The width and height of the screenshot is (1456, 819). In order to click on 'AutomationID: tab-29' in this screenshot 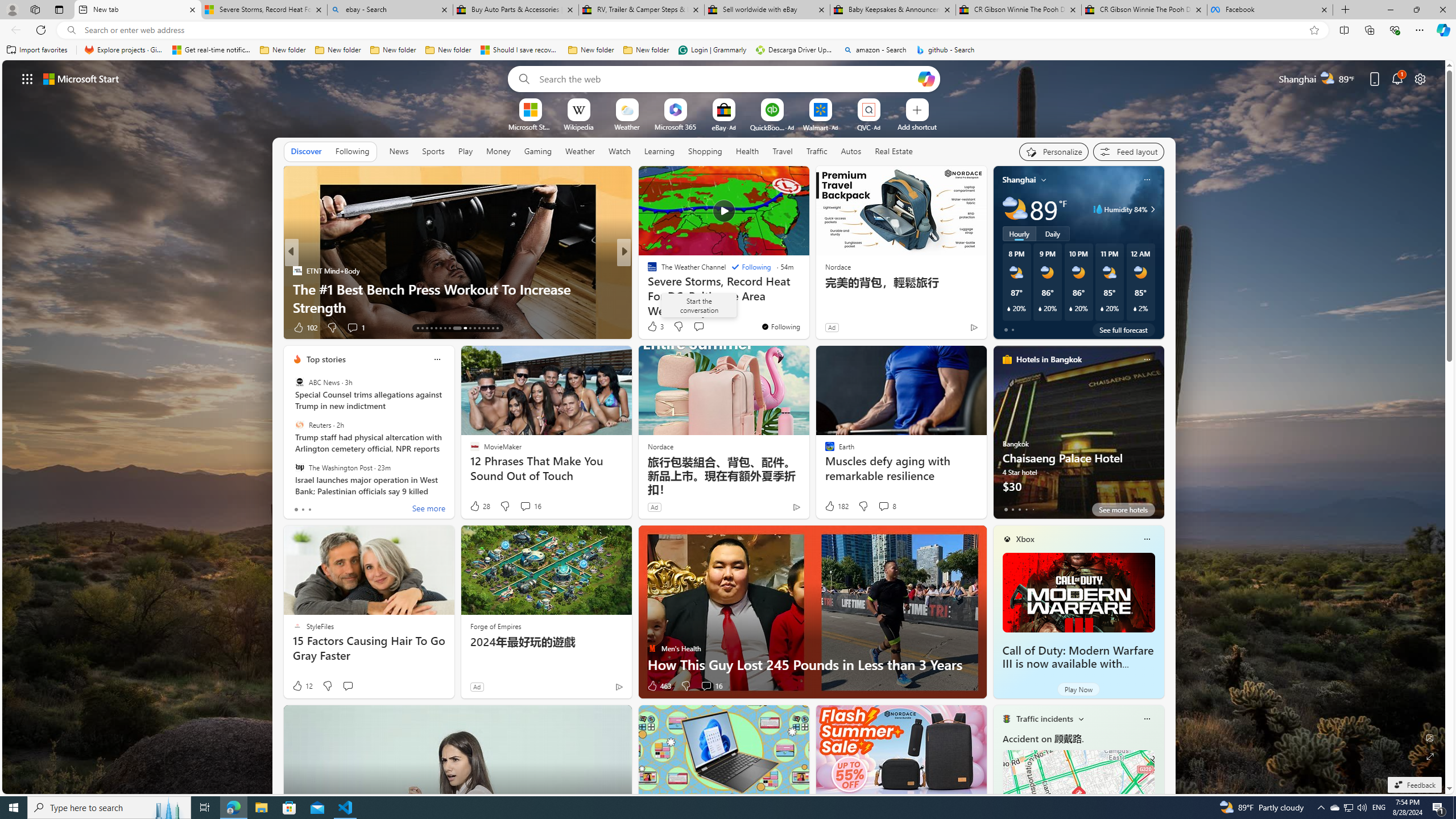, I will do `click(497, 328)`.